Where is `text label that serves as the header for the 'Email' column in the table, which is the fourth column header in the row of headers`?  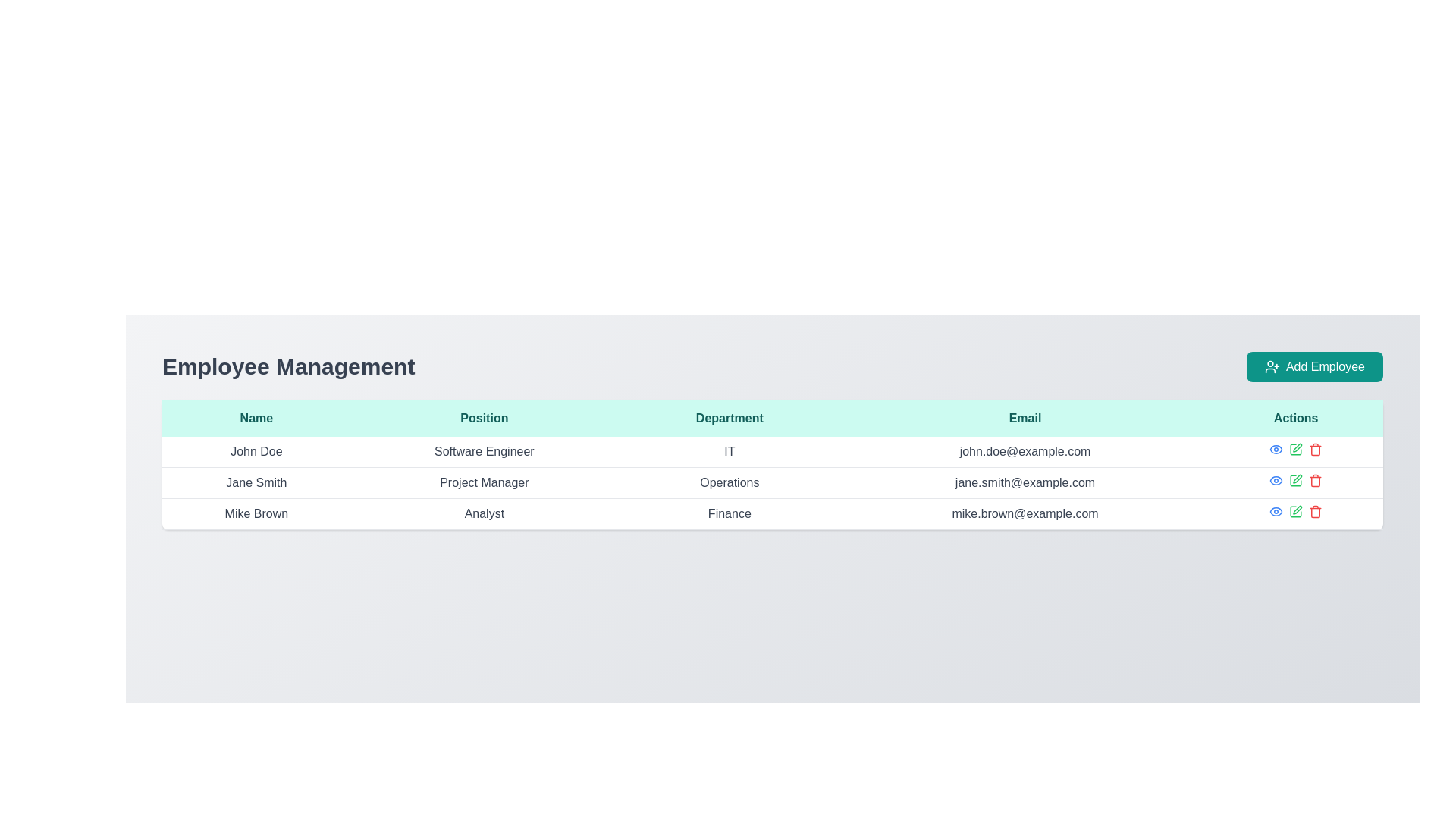 text label that serves as the header for the 'Email' column in the table, which is the fourth column header in the row of headers is located at coordinates (1025, 418).